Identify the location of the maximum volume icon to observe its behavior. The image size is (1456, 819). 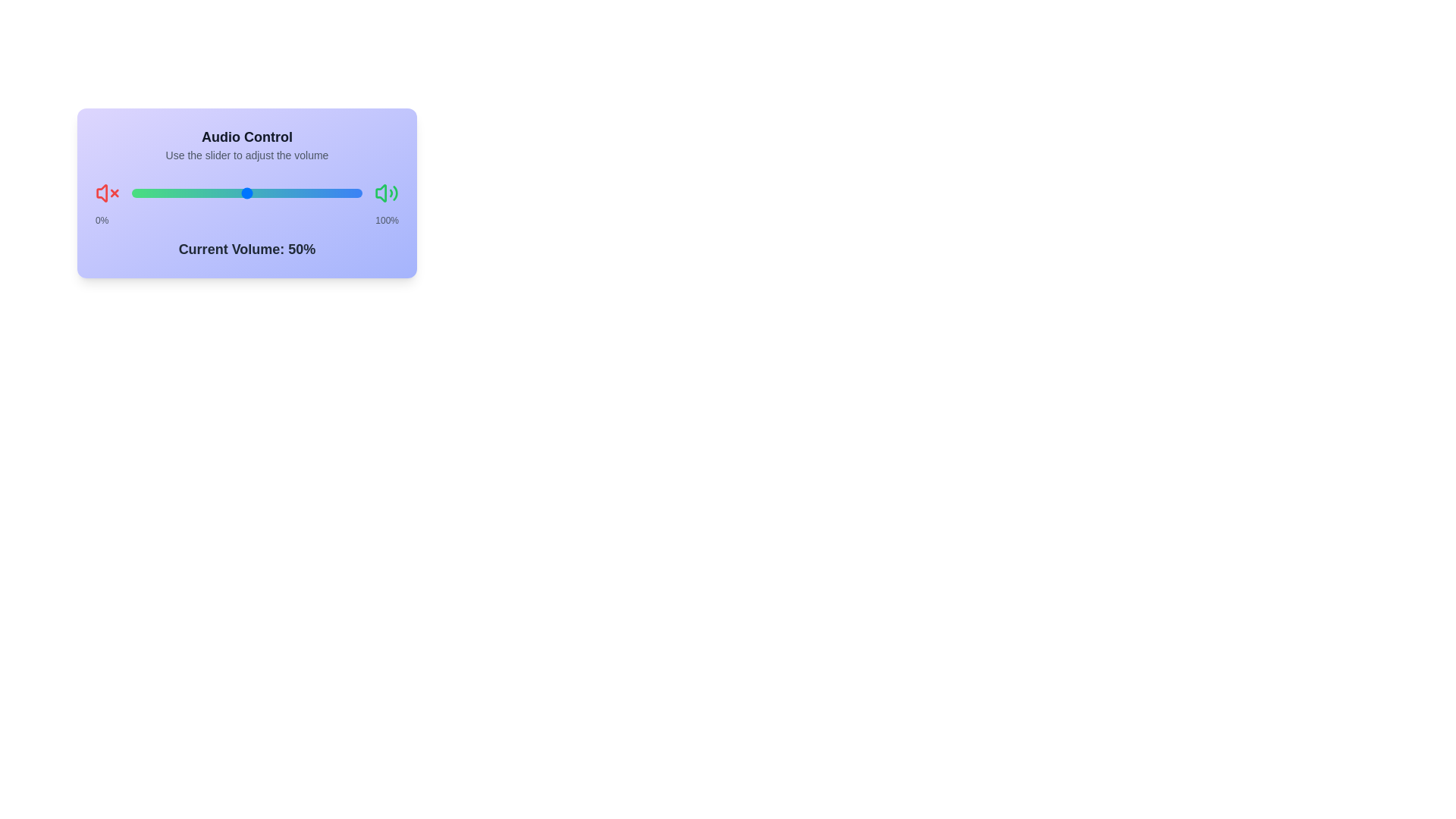
(386, 192).